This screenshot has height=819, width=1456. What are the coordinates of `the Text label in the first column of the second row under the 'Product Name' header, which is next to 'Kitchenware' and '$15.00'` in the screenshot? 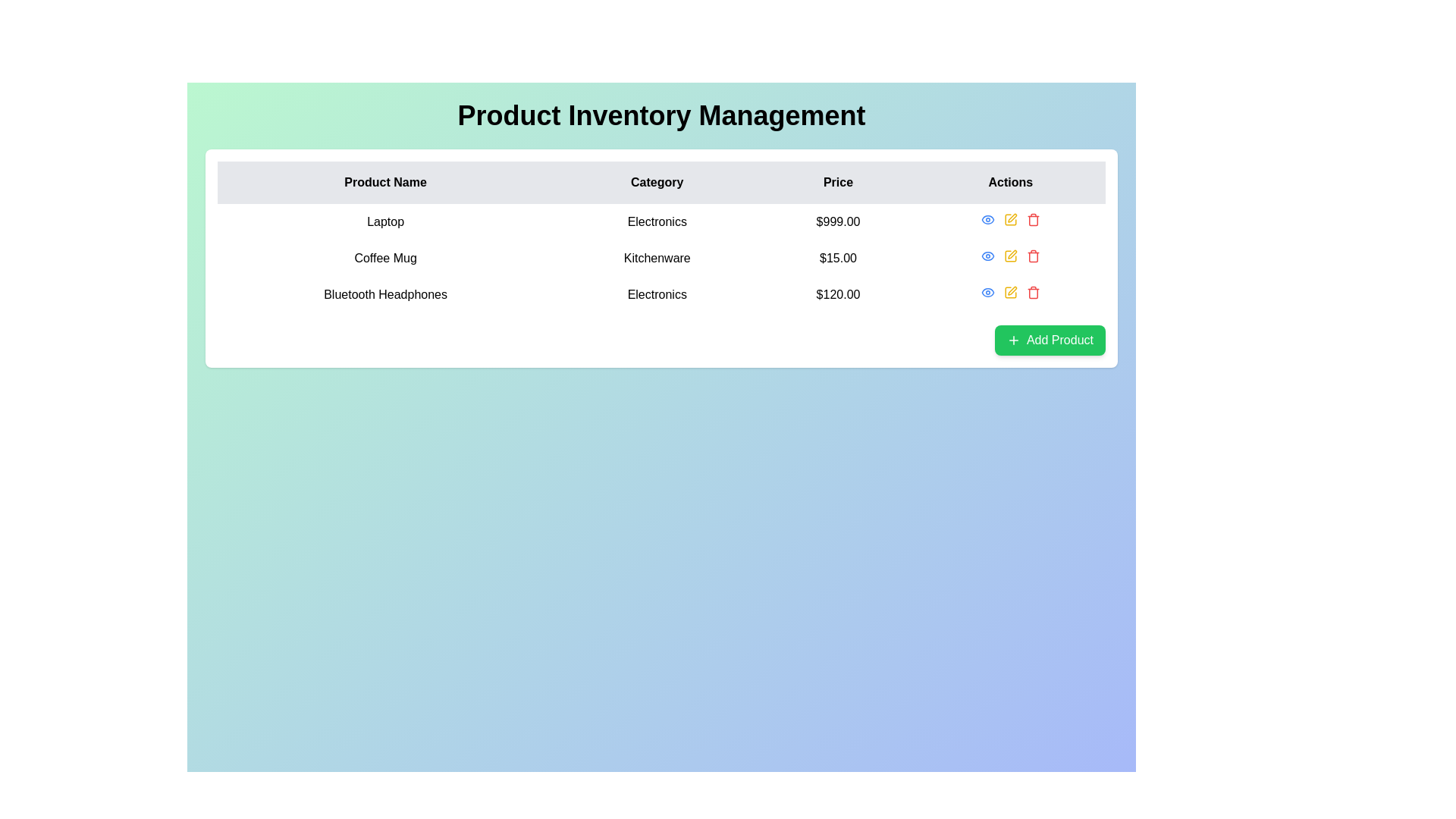 It's located at (385, 257).